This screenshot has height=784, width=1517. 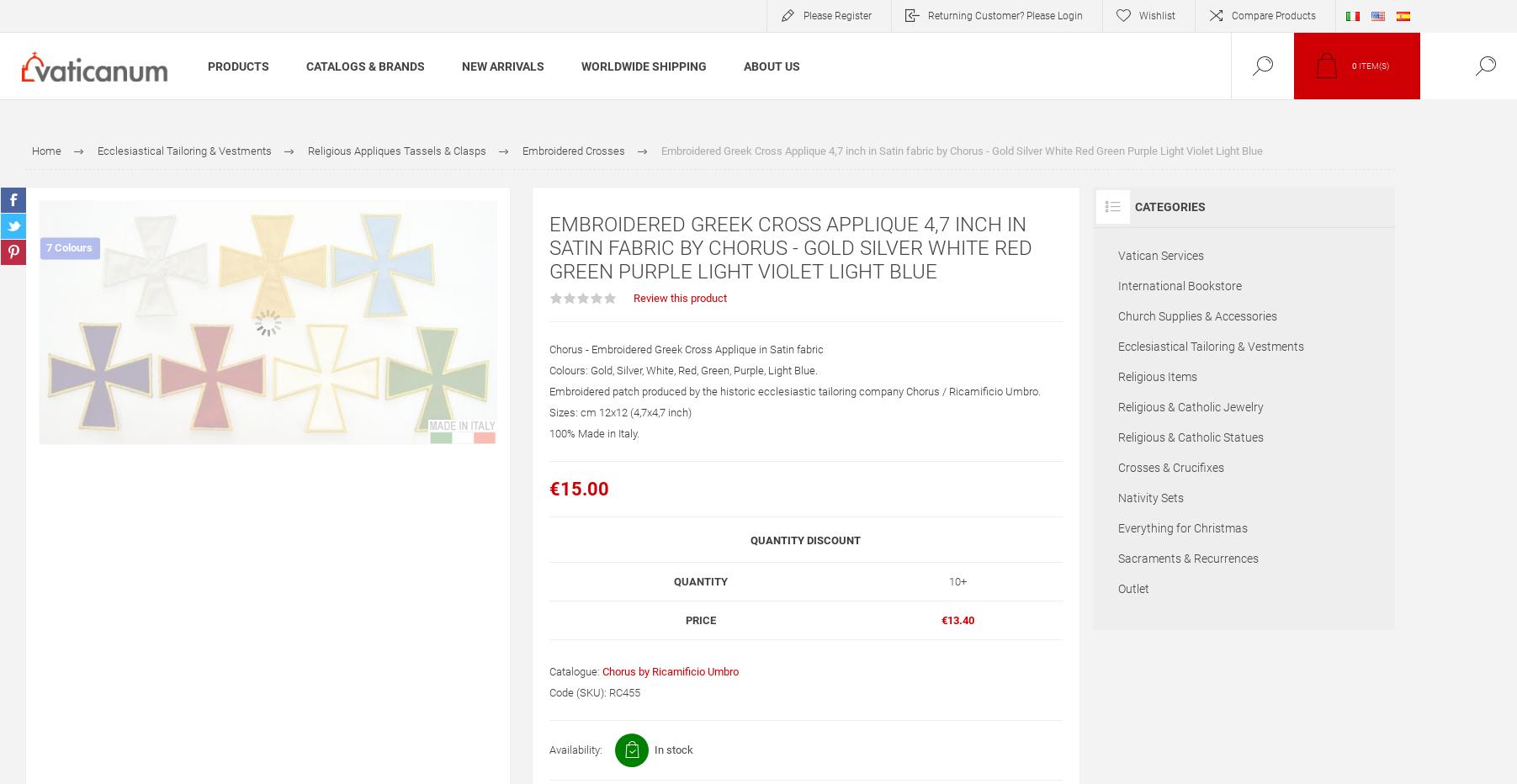 What do you see at coordinates (679, 297) in the screenshot?
I see `'Review this product'` at bounding box center [679, 297].